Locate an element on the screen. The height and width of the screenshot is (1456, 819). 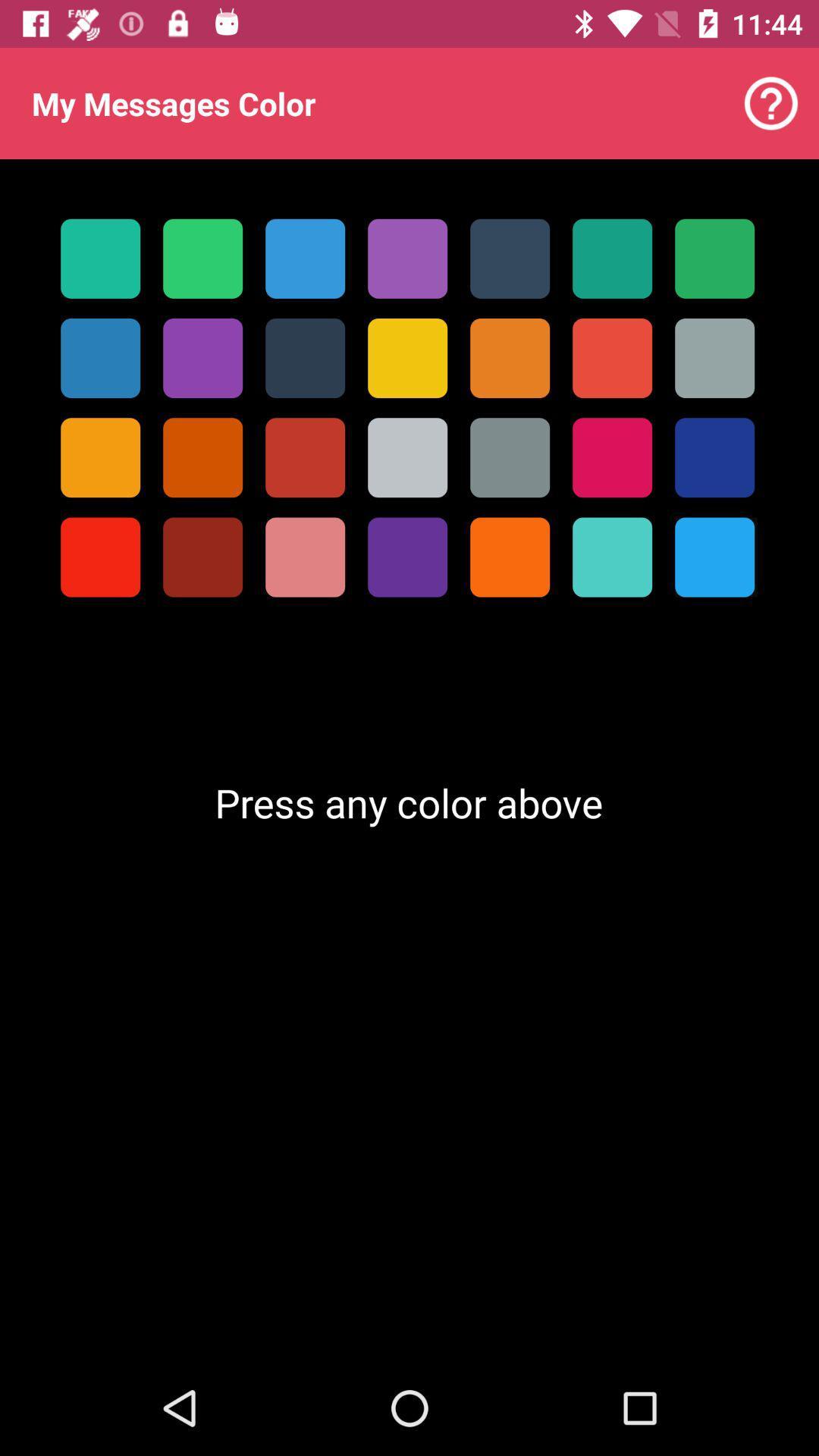
the first row seventh box is located at coordinates (714, 259).